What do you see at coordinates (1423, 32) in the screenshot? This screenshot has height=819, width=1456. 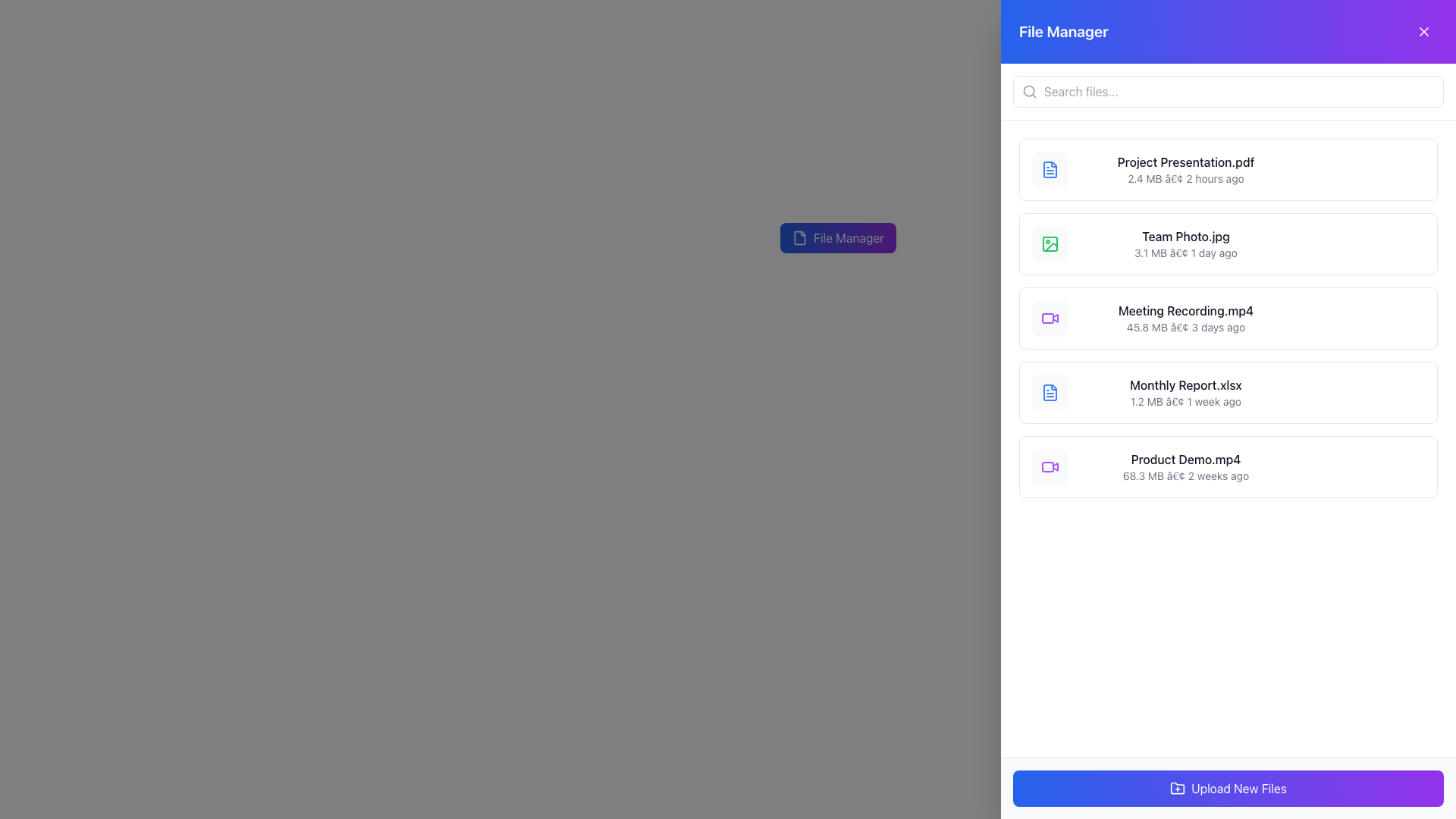 I see `the decorative part of the 'X'-shaped icon located in the top right corner of the file manager interface` at bounding box center [1423, 32].